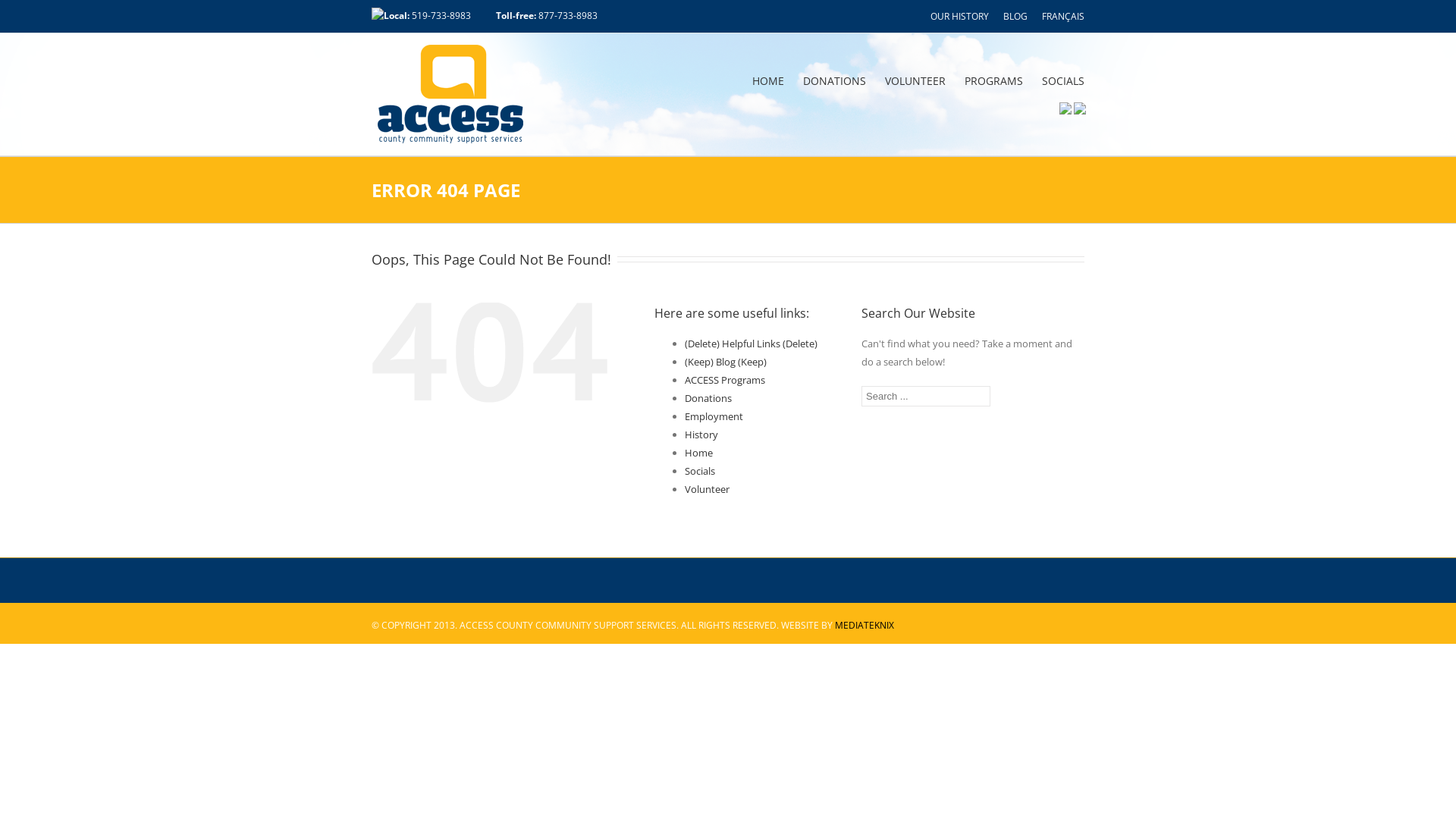 Image resolution: width=1456 pixels, height=819 pixels. What do you see at coordinates (683, 452) in the screenshot?
I see `'Home'` at bounding box center [683, 452].